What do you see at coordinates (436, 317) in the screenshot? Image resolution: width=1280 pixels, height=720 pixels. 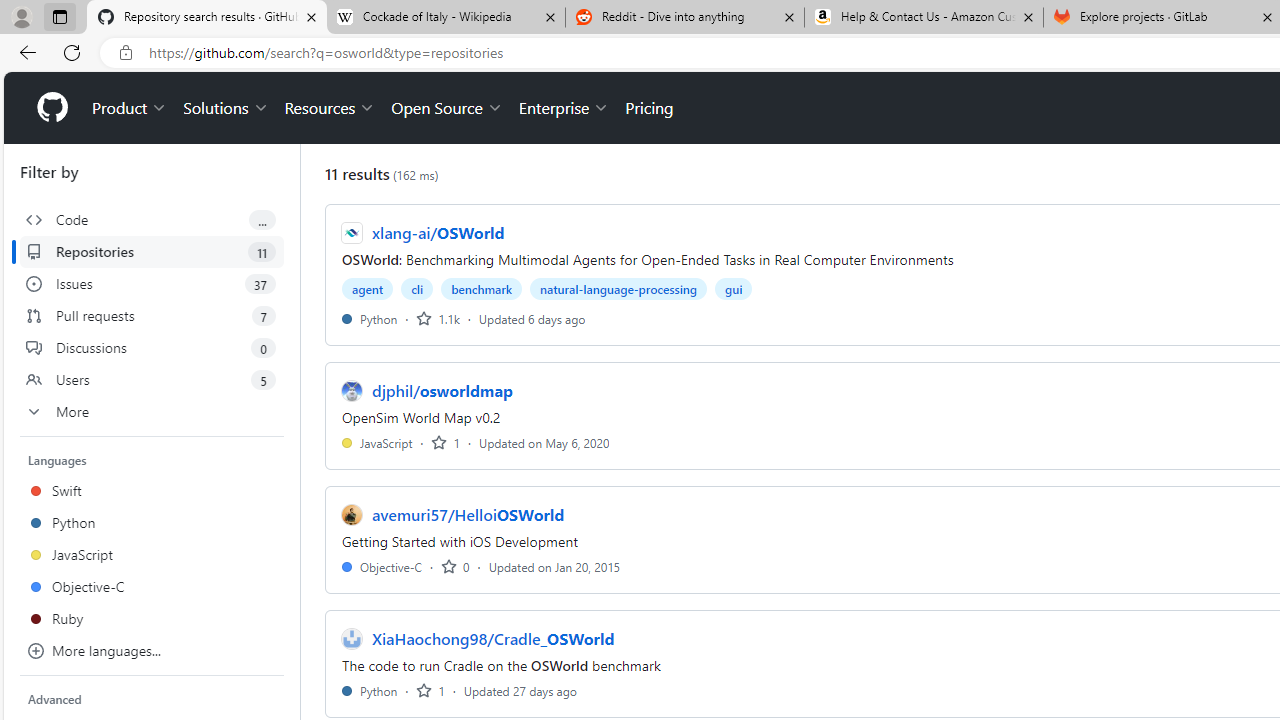 I see `'1.1k'` at bounding box center [436, 317].